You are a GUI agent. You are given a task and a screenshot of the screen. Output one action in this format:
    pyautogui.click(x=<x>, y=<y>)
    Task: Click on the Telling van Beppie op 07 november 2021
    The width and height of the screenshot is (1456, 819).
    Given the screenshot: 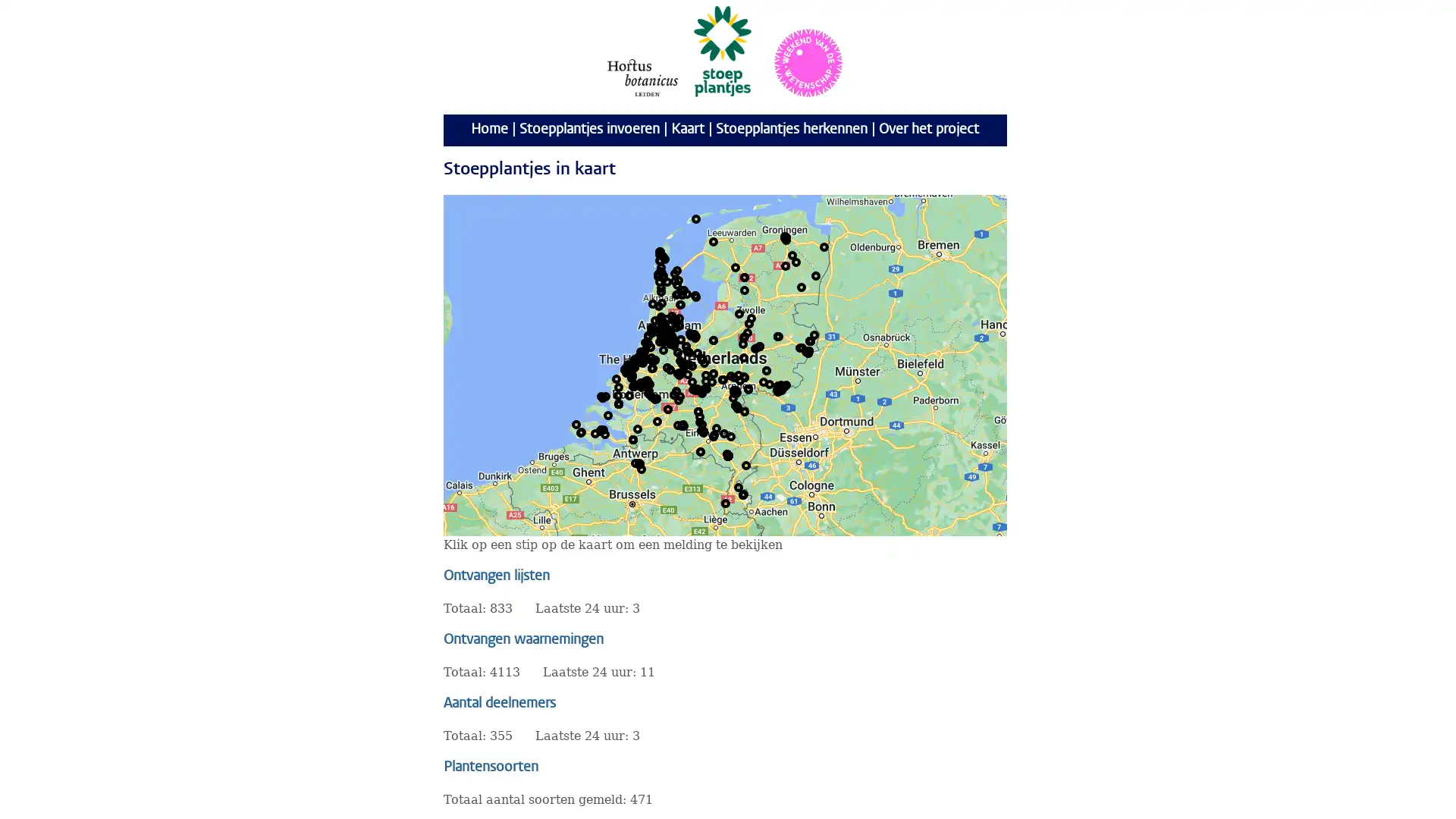 What is the action you would take?
    pyautogui.click(x=694, y=295)
    